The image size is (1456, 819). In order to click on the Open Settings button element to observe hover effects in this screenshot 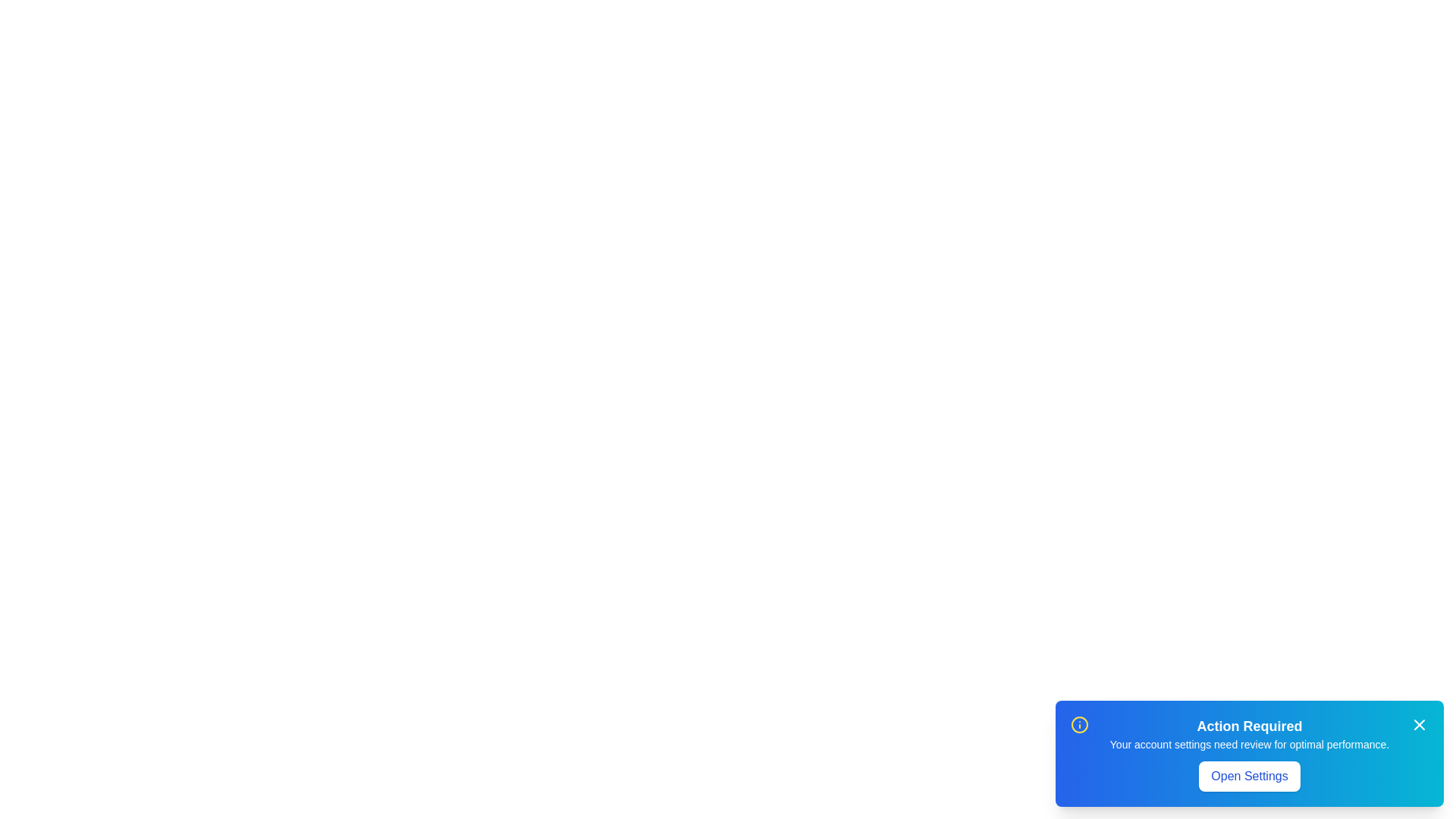, I will do `click(1249, 776)`.